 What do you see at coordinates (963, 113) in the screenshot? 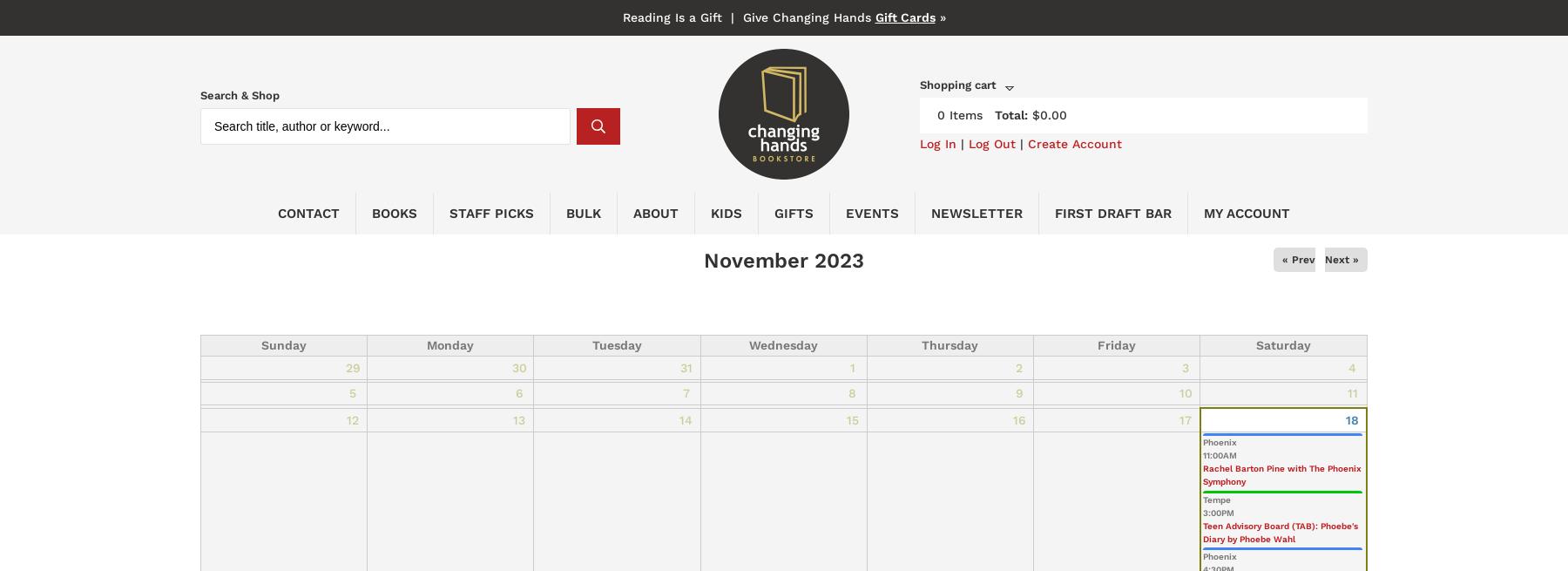
I see `'Items'` at bounding box center [963, 113].